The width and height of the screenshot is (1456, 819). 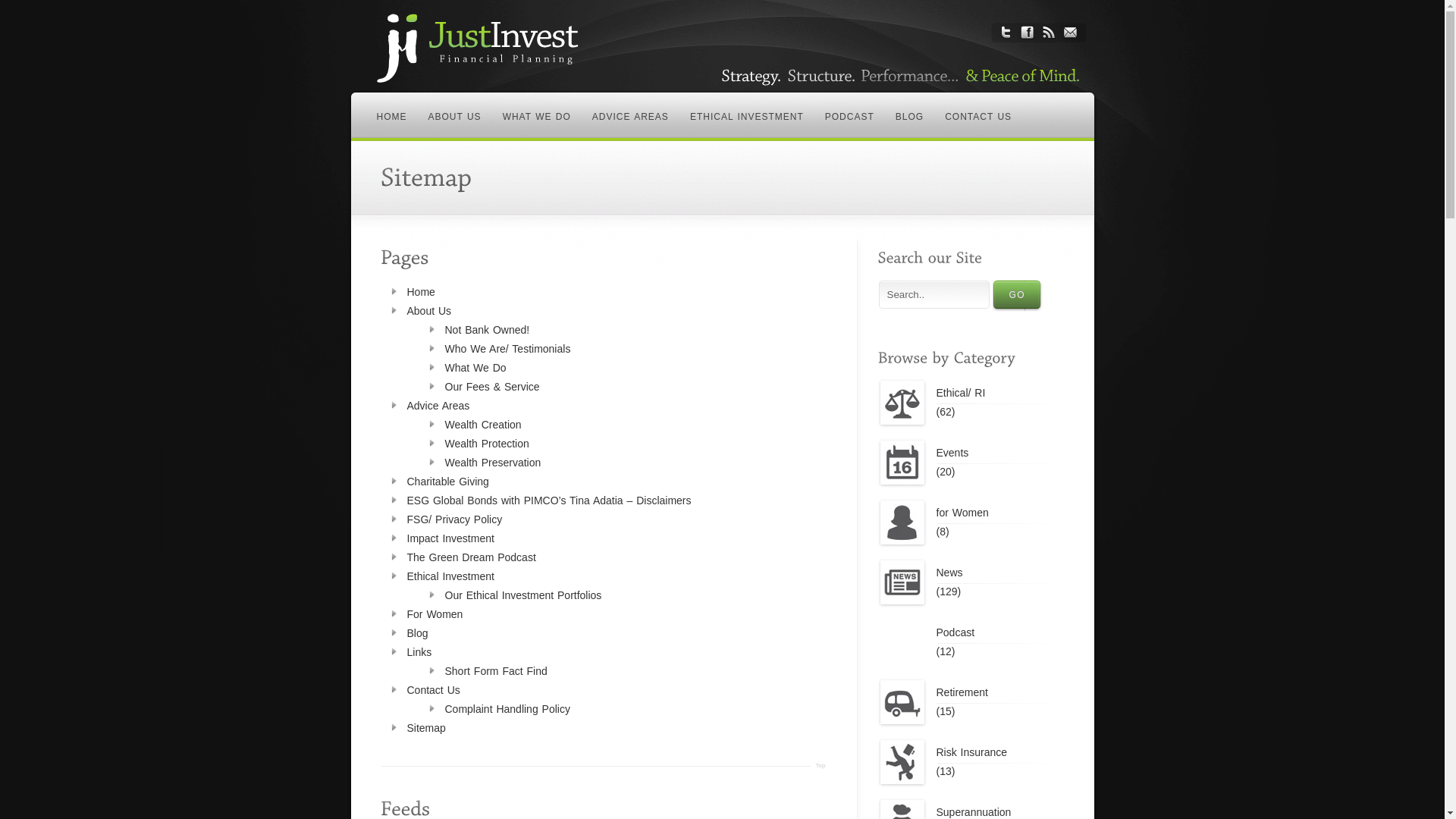 I want to click on 'Podcast', so click(x=993, y=632).